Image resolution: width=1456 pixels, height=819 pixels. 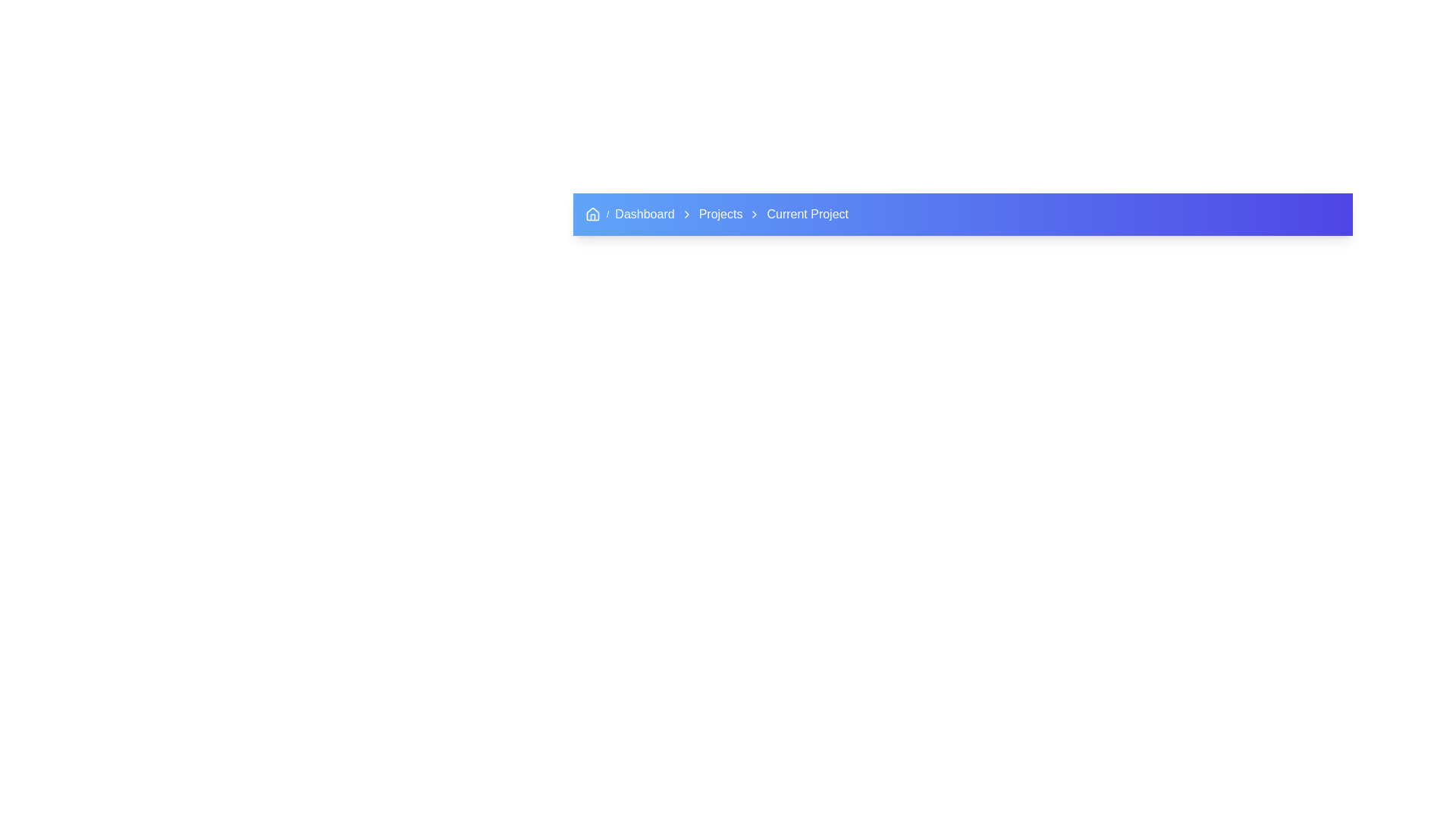 I want to click on the third chevron icon in the breadcrumb navigation that separates 'Projects' and 'Current Project' sections, so click(x=755, y=214).